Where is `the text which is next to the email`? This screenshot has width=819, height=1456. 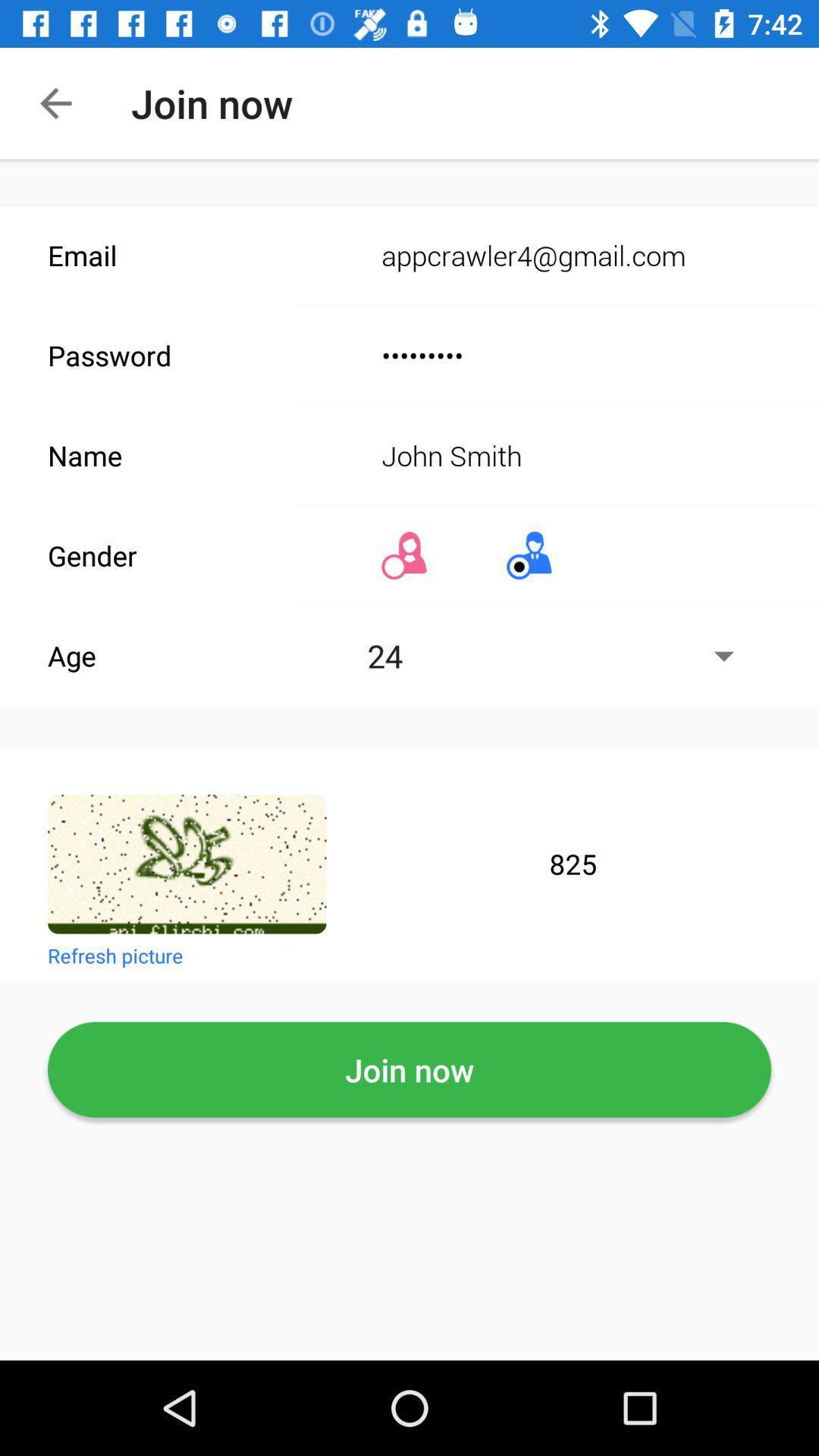
the text which is next to the email is located at coordinates (561, 256).